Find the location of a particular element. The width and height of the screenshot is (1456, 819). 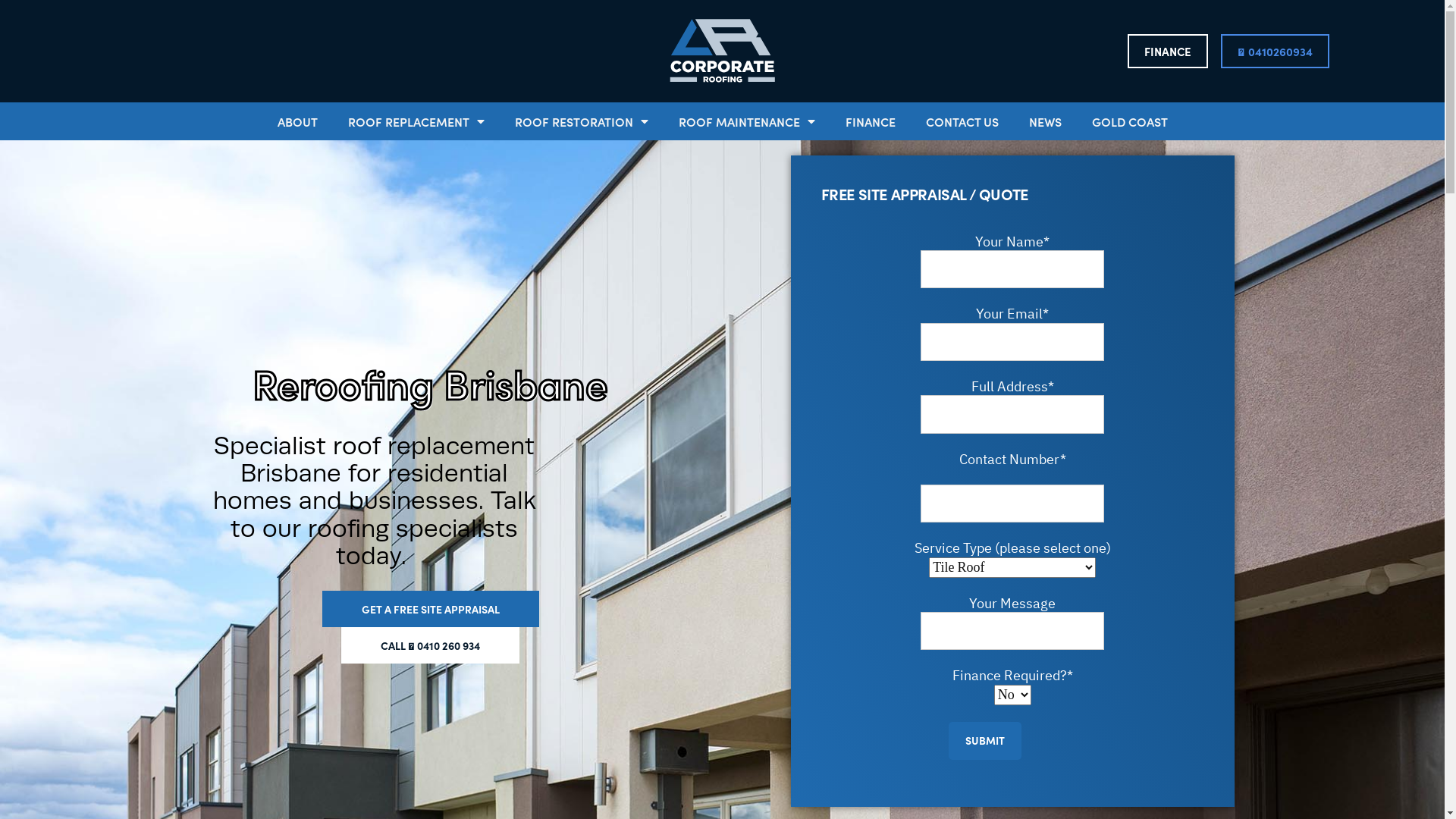

'NEWS' is located at coordinates (1043, 120).